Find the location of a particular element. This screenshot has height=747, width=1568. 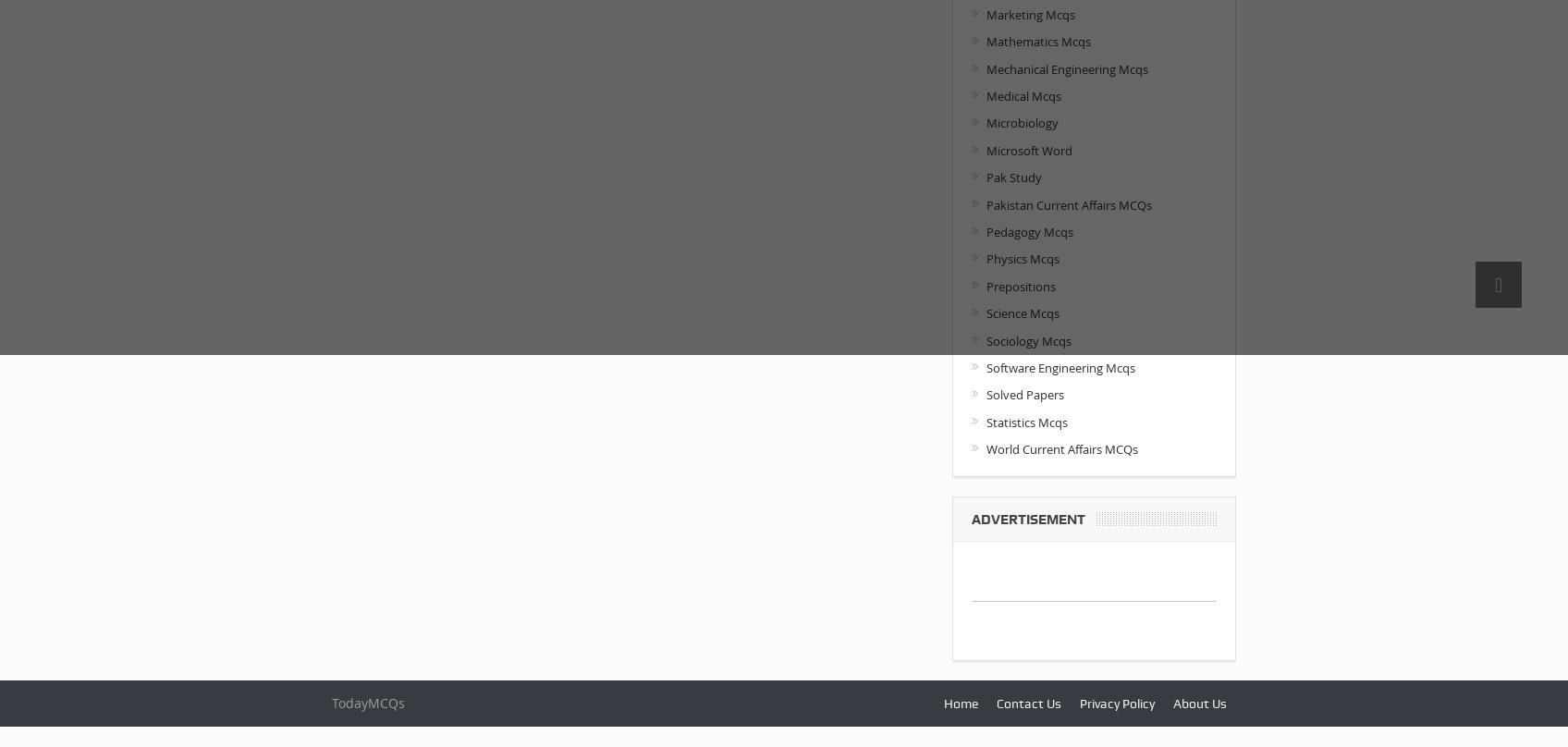

'Advertisement' is located at coordinates (972, 517).